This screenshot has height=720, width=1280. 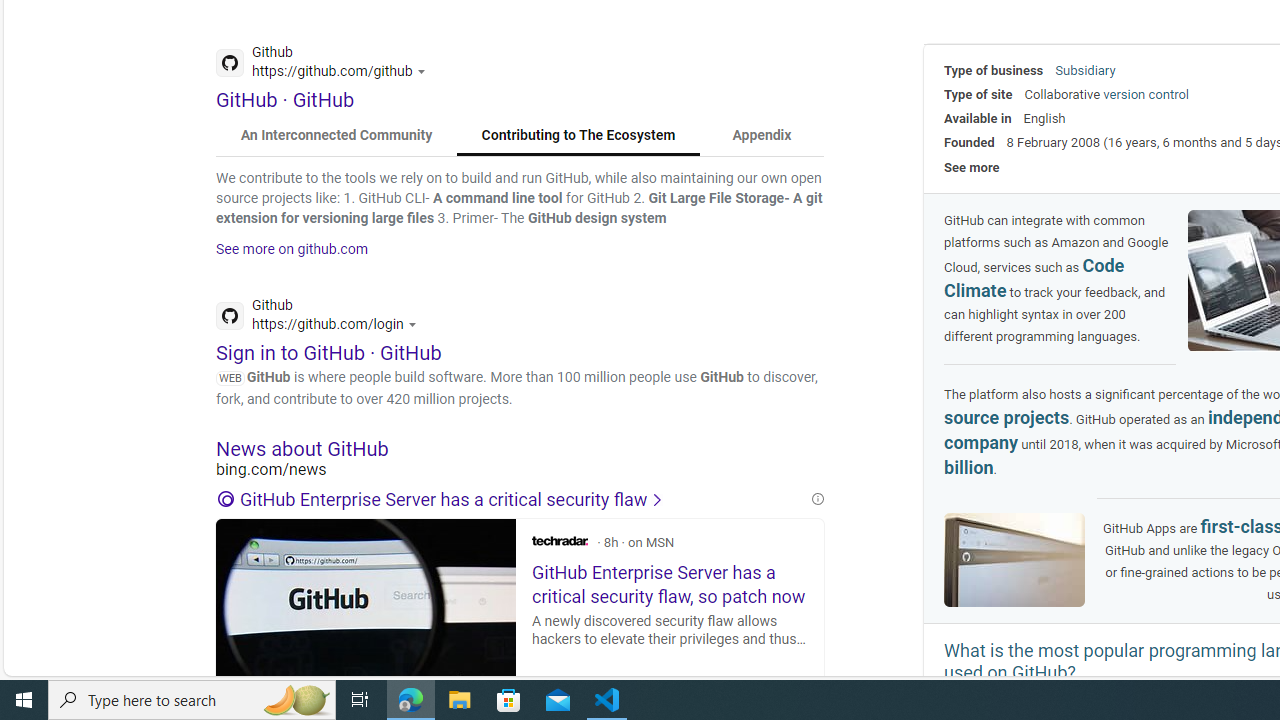 I want to click on 'Type of business', so click(x=994, y=69).